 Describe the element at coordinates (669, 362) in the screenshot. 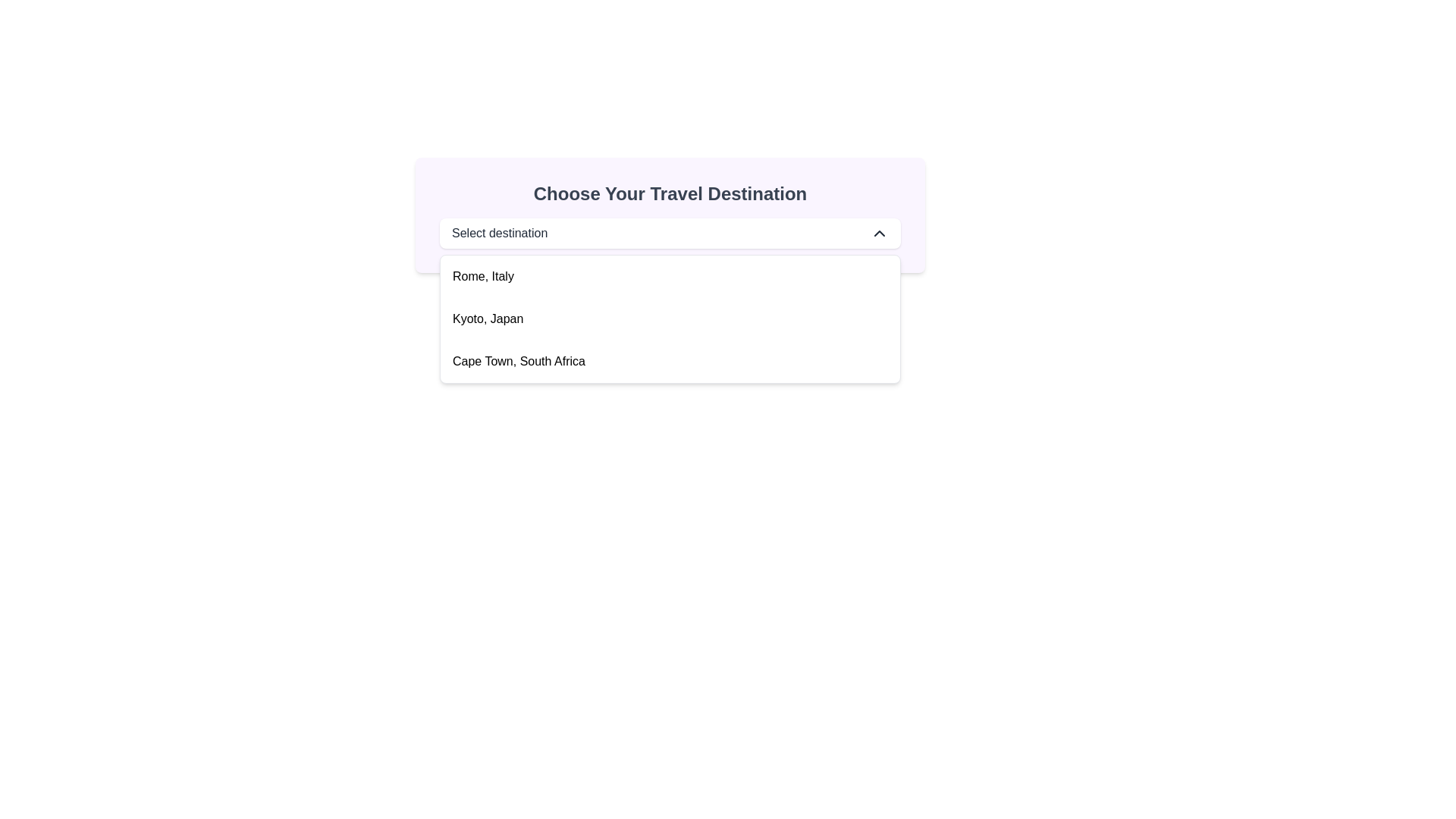

I see `the dropdown menu option that displays 'Cape Town, South Africa'` at that location.